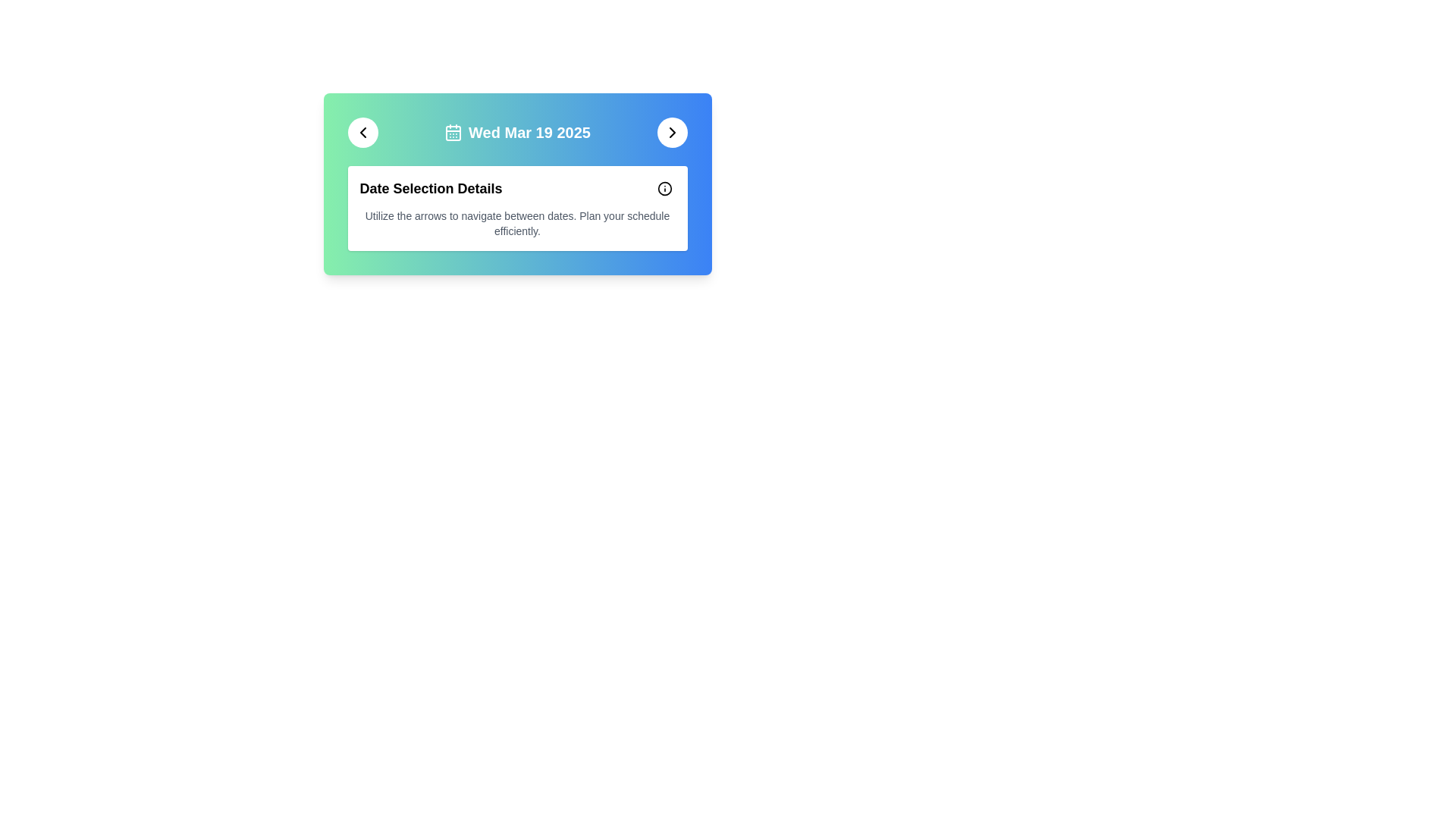 The width and height of the screenshot is (1456, 819). Describe the element at coordinates (664, 188) in the screenshot. I see `the small circular icon with a stroke-styled border located at the right end of the 'Date Selection Details' section` at that location.